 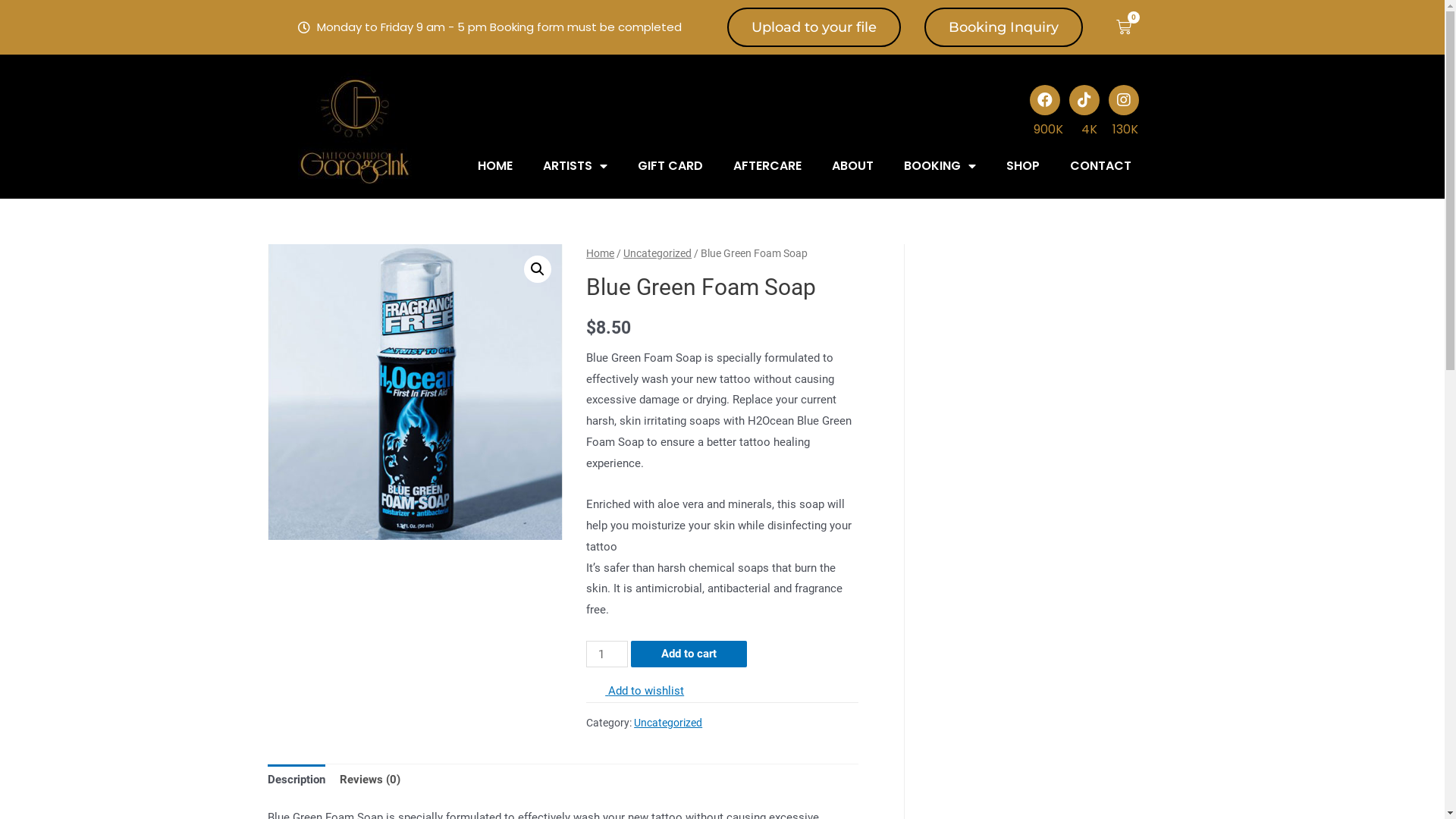 I want to click on 'ARTISTS', so click(x=528, y=166).